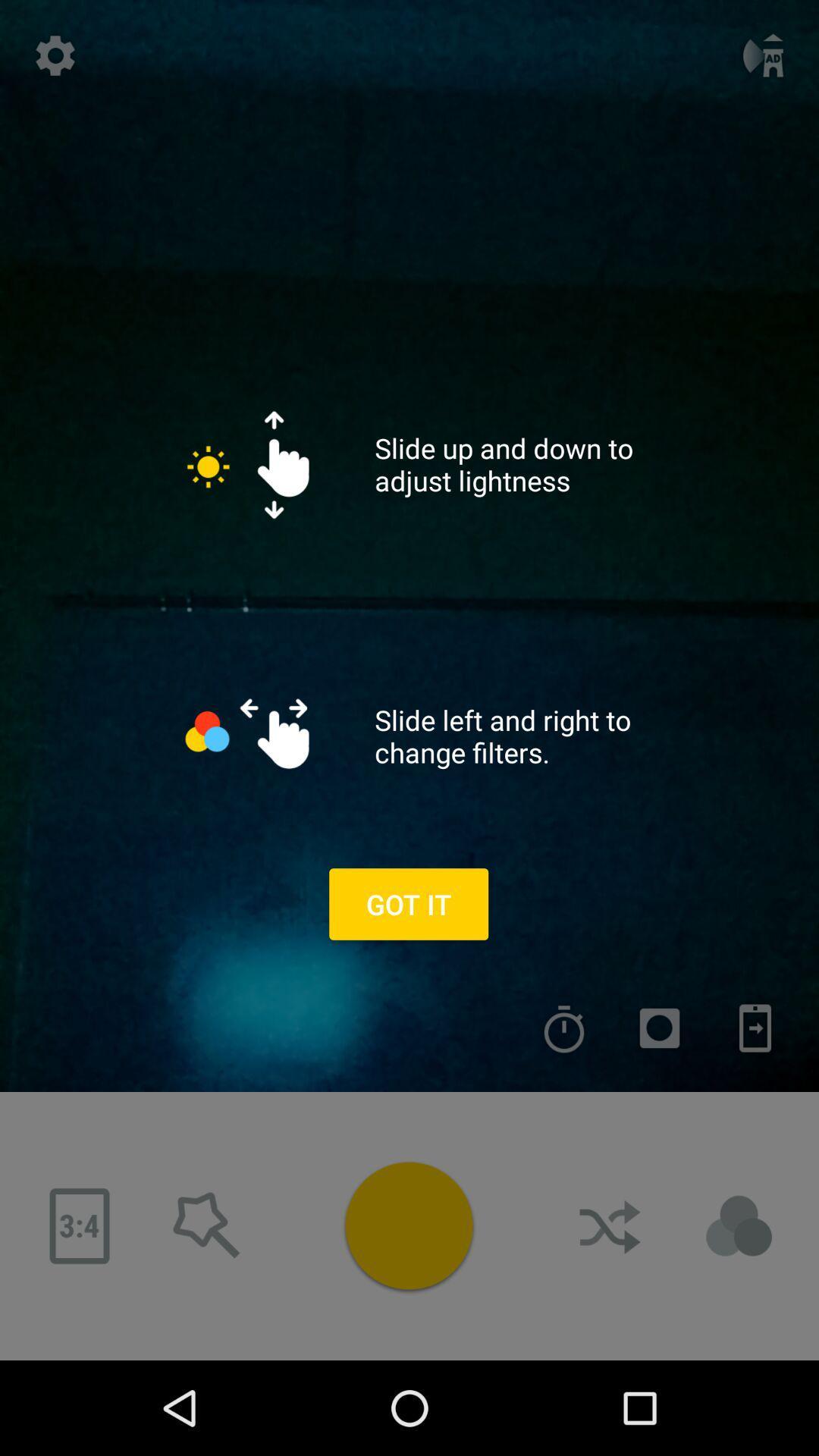  I want to click on record, so click(659, 1028).